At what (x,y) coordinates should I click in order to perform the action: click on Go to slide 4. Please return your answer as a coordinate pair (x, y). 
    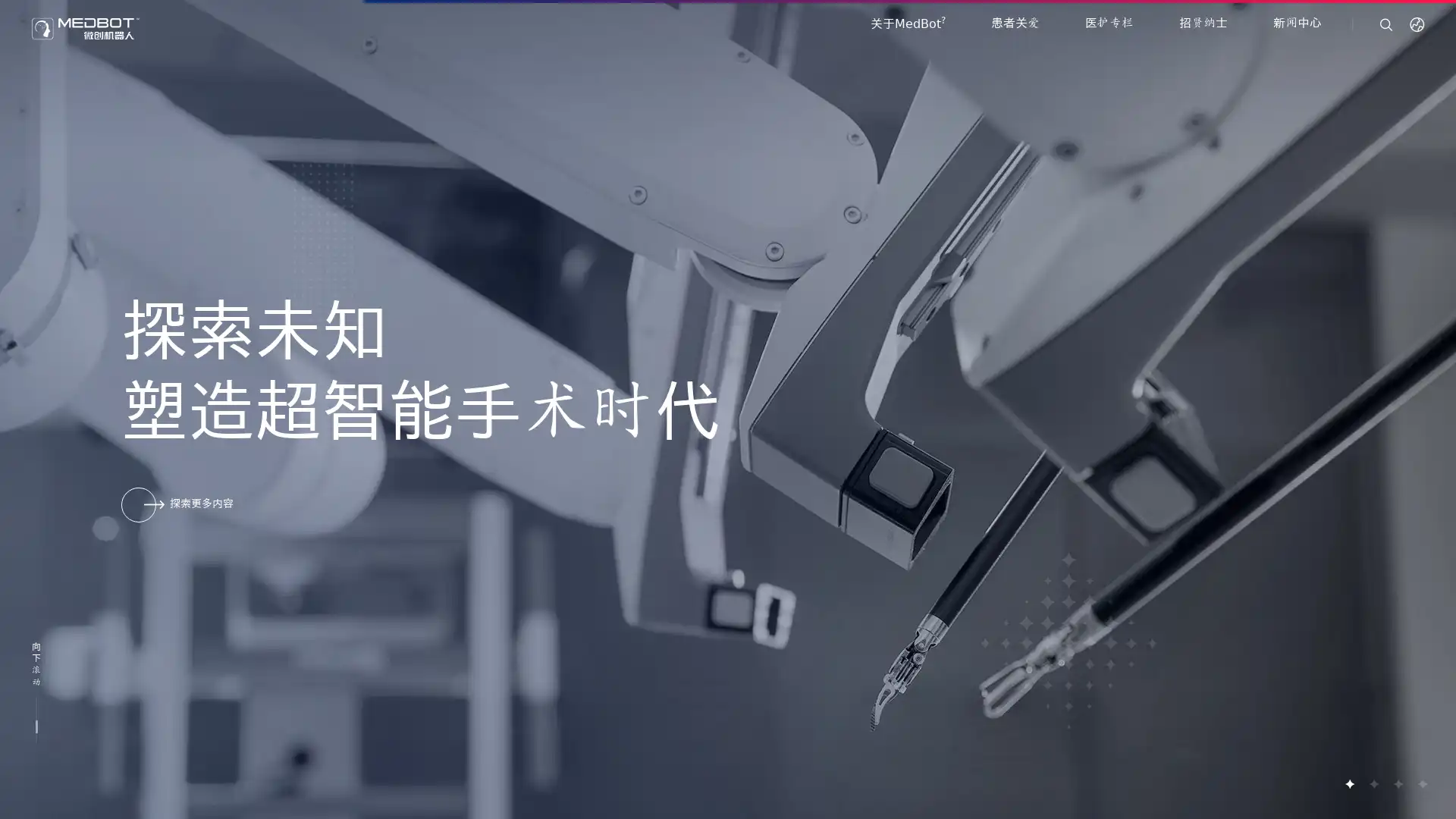
    Looking at the image, I should click on (1421, 783).